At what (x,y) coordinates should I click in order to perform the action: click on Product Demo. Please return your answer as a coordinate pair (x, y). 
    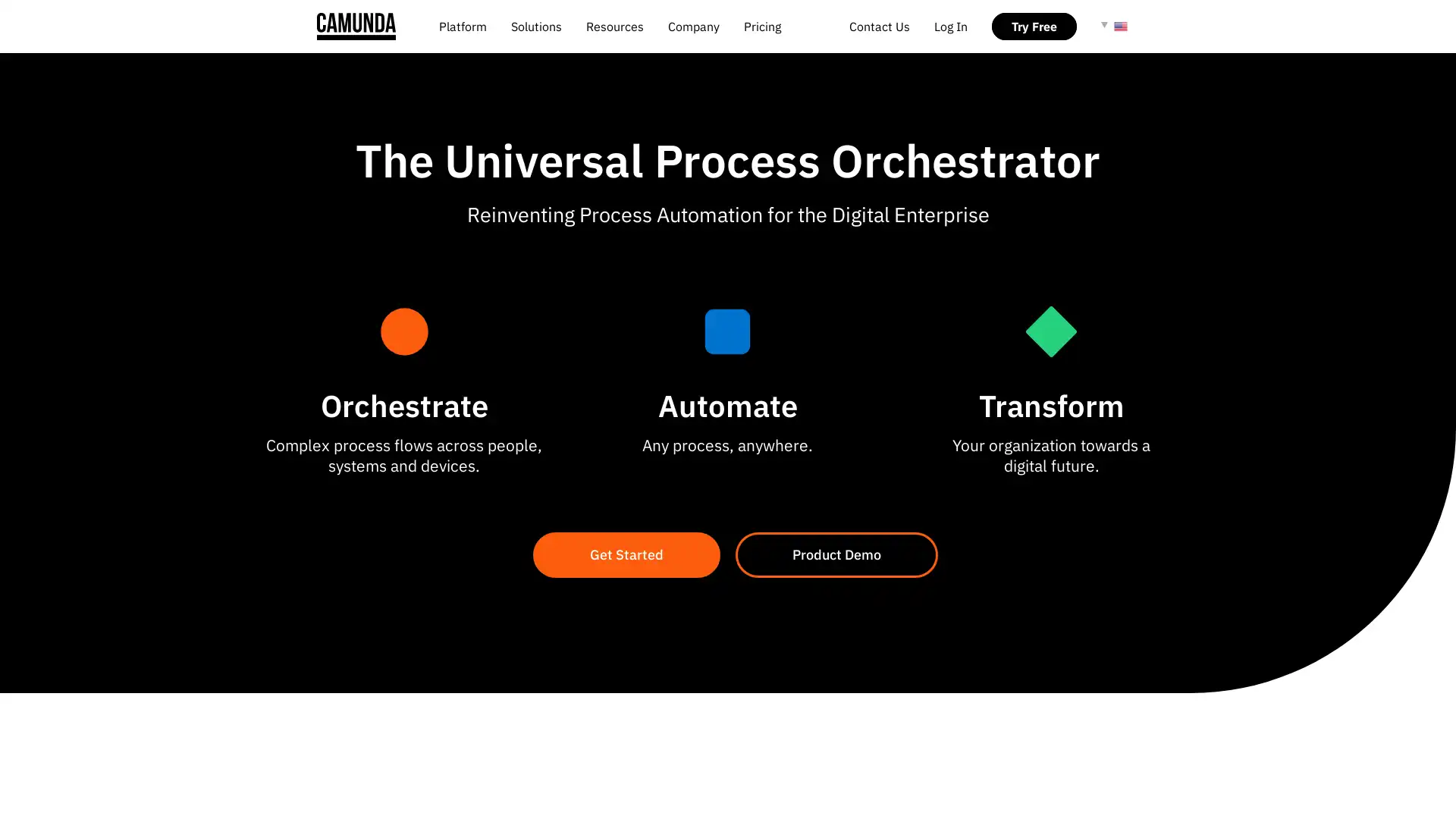
    Looking at the image, I should click on (836, 555).